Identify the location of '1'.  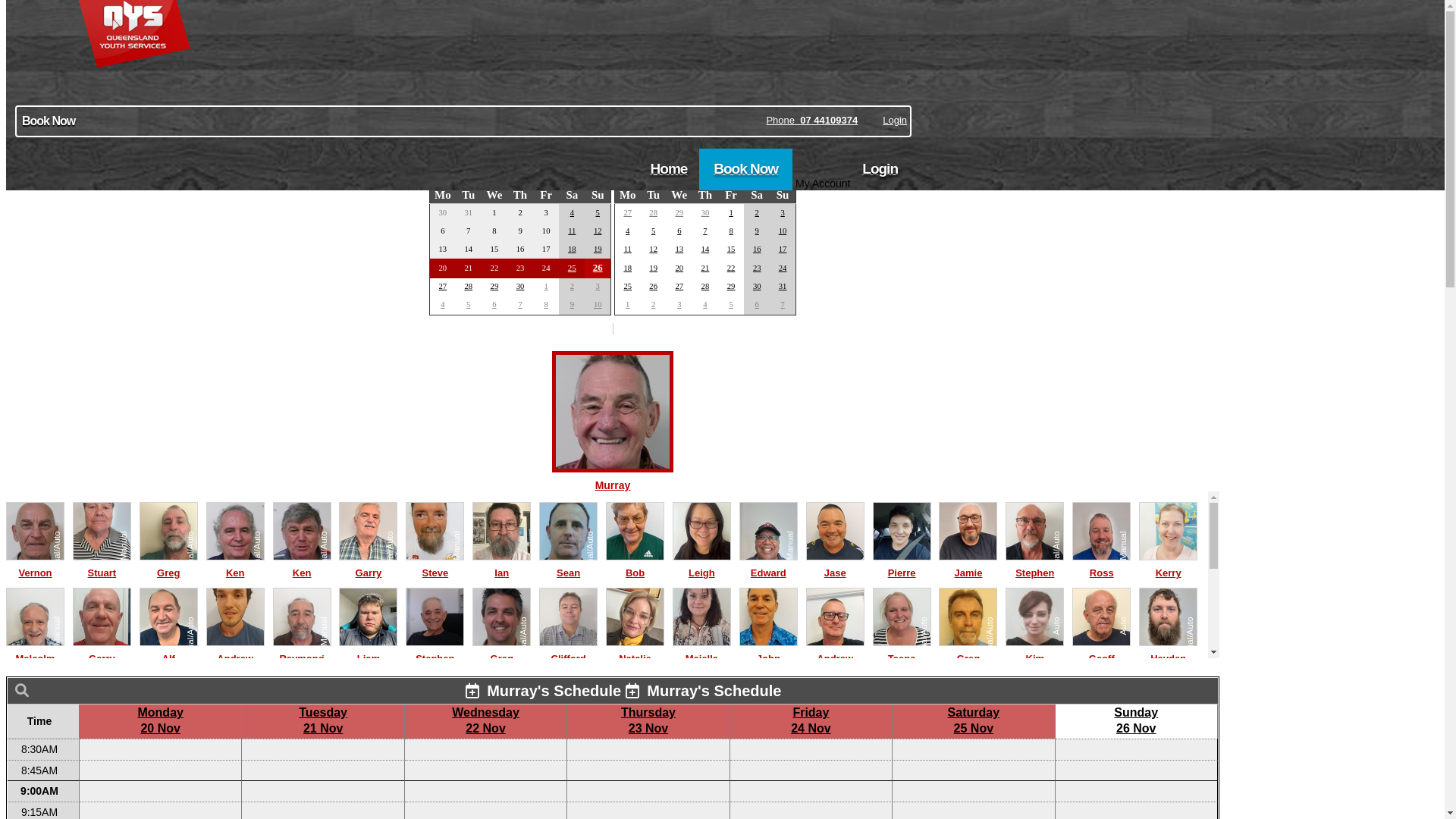
(730, 212).